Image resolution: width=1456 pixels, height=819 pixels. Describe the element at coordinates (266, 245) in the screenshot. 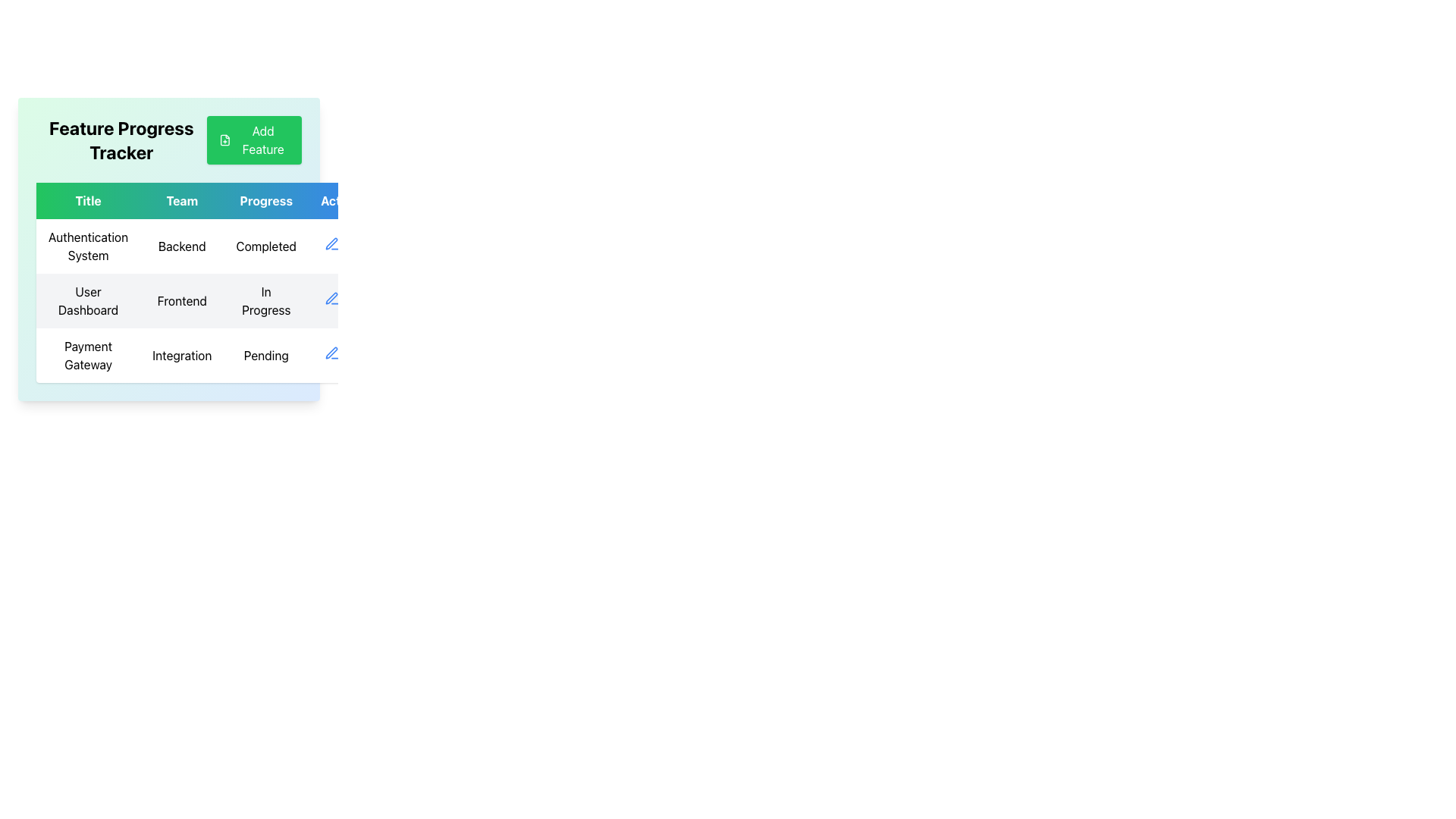

I see `the text label reading 'Completed' in the 'Progress' column of the 'Authentication System' row` at that location.